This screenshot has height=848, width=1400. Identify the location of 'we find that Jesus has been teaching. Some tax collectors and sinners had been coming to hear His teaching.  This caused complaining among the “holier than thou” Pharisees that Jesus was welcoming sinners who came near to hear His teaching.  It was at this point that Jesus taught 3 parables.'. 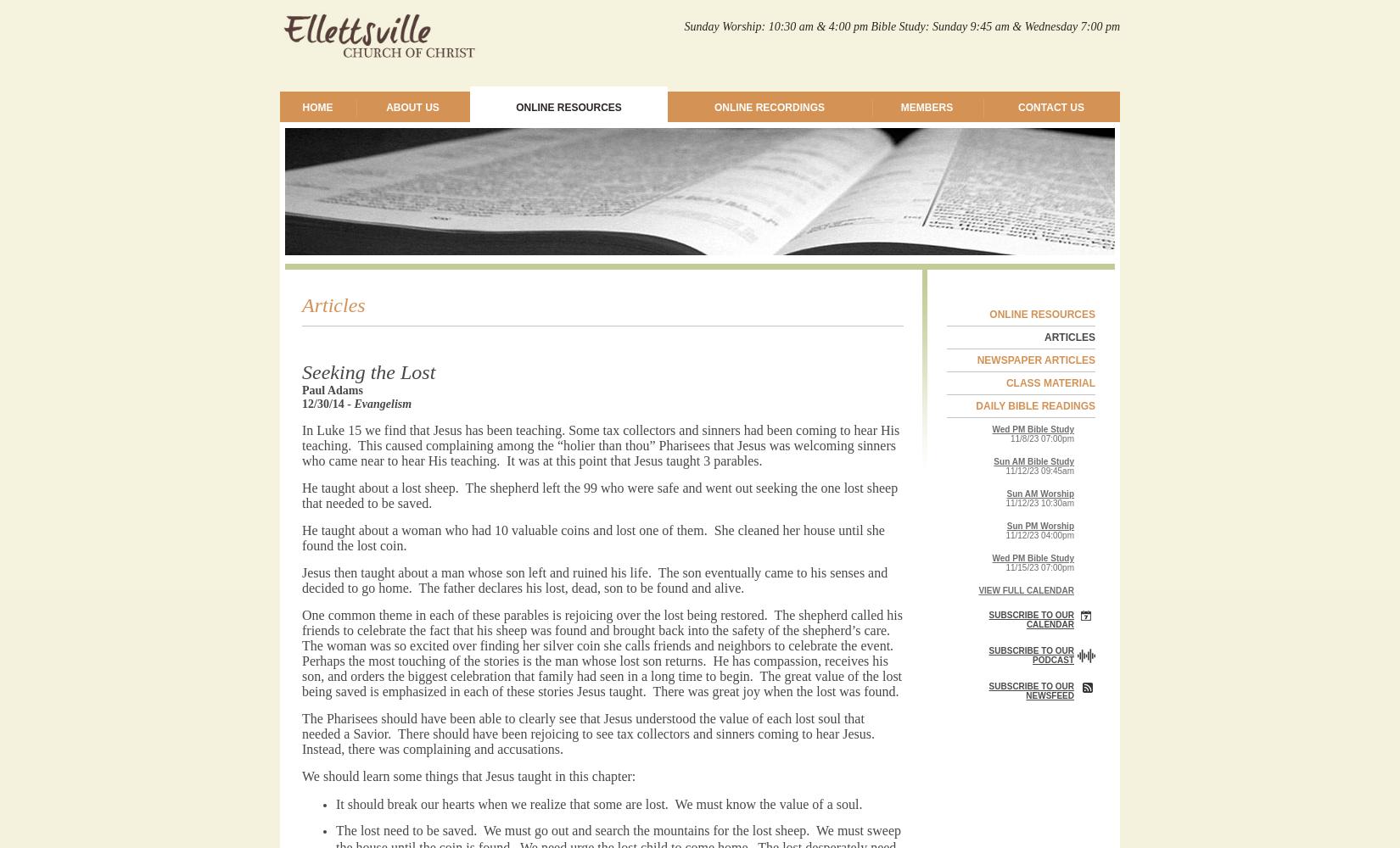
(302, 445).